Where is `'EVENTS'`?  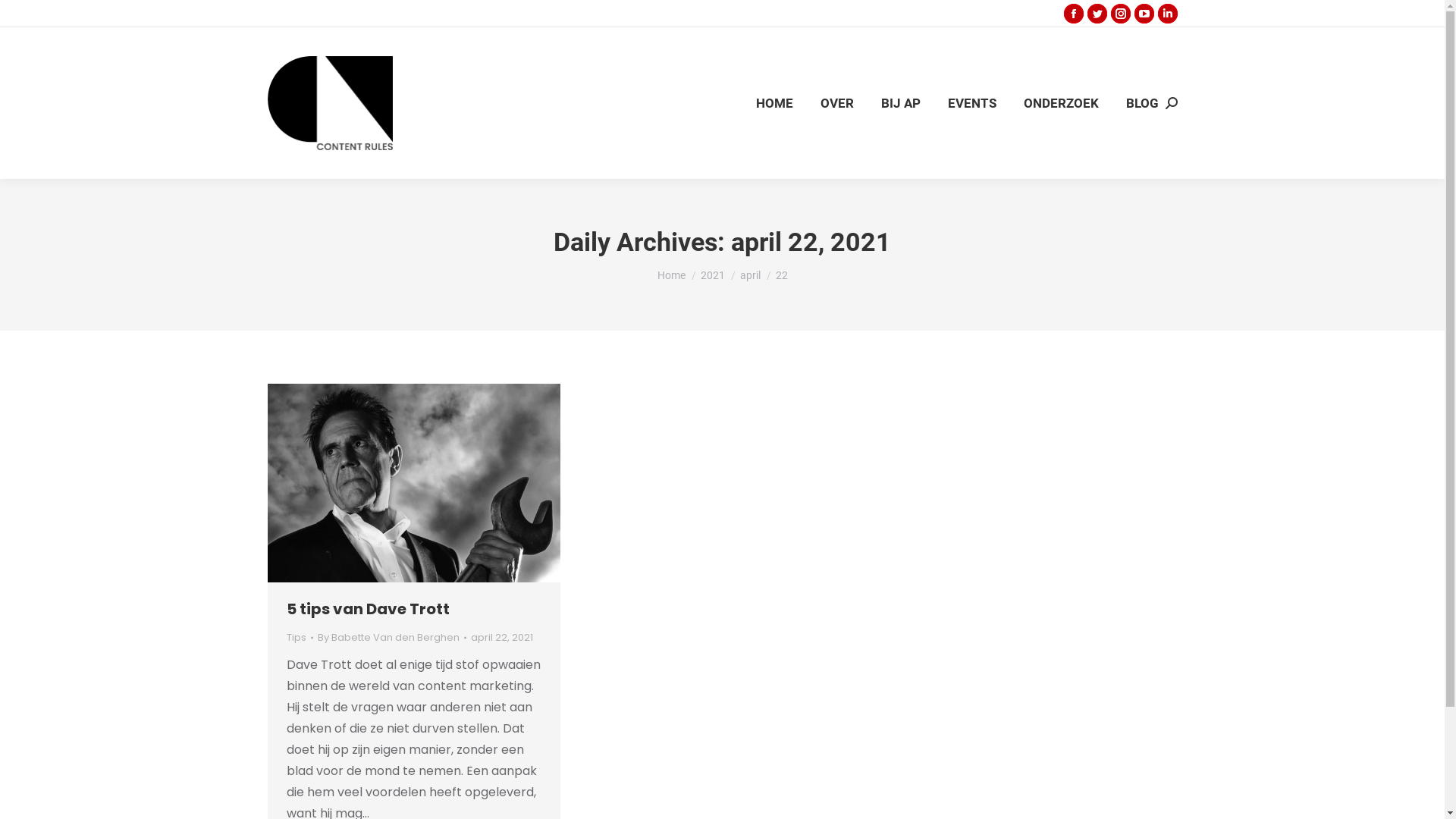 'EVENTS' is located at coordinates (971, 102).